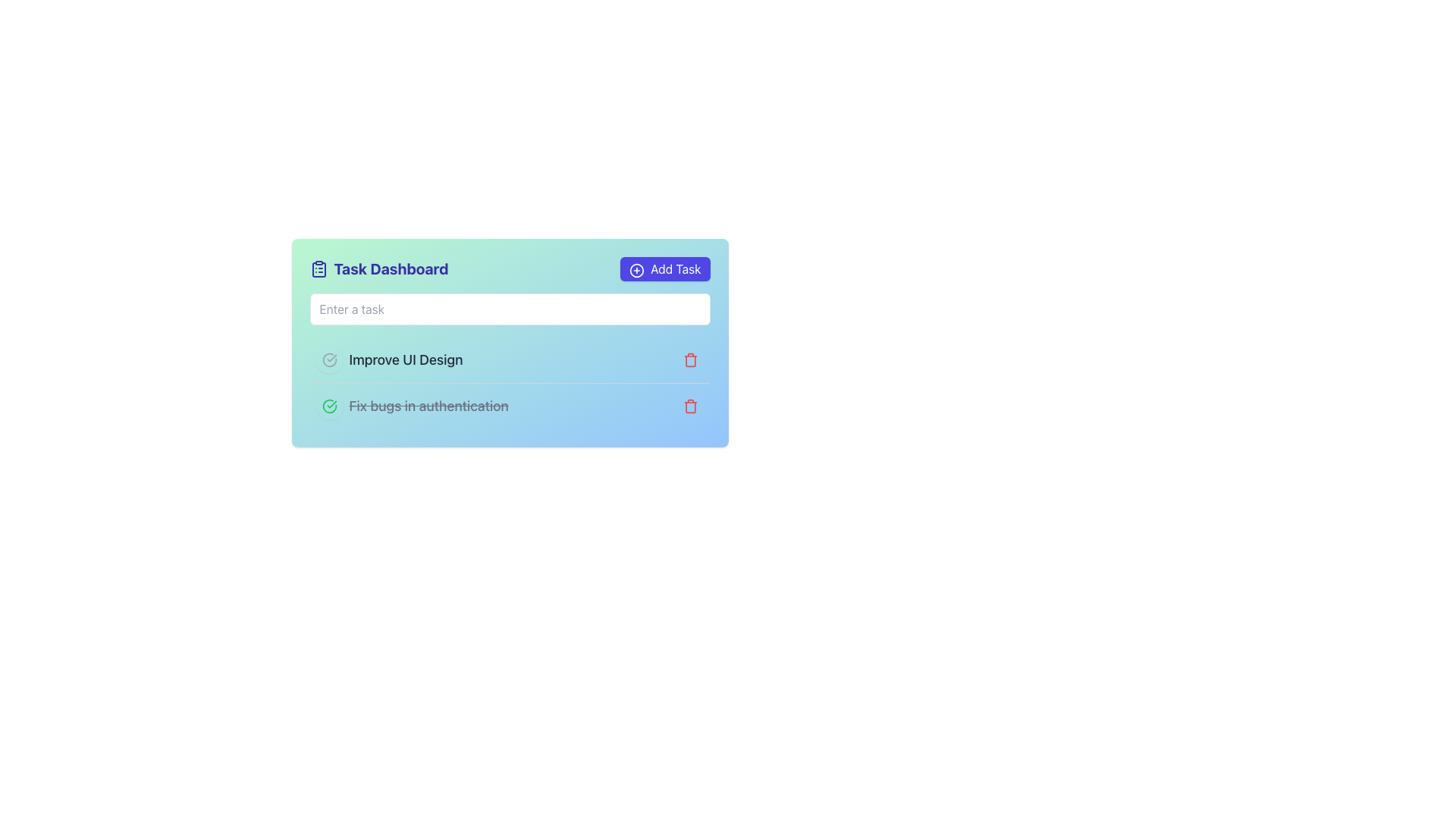  Describe the element at coordinates (328, 359) in the screenshot. I see `the button located to the left of the text 'Improve UI Design' to mark the task as complete` at that location.